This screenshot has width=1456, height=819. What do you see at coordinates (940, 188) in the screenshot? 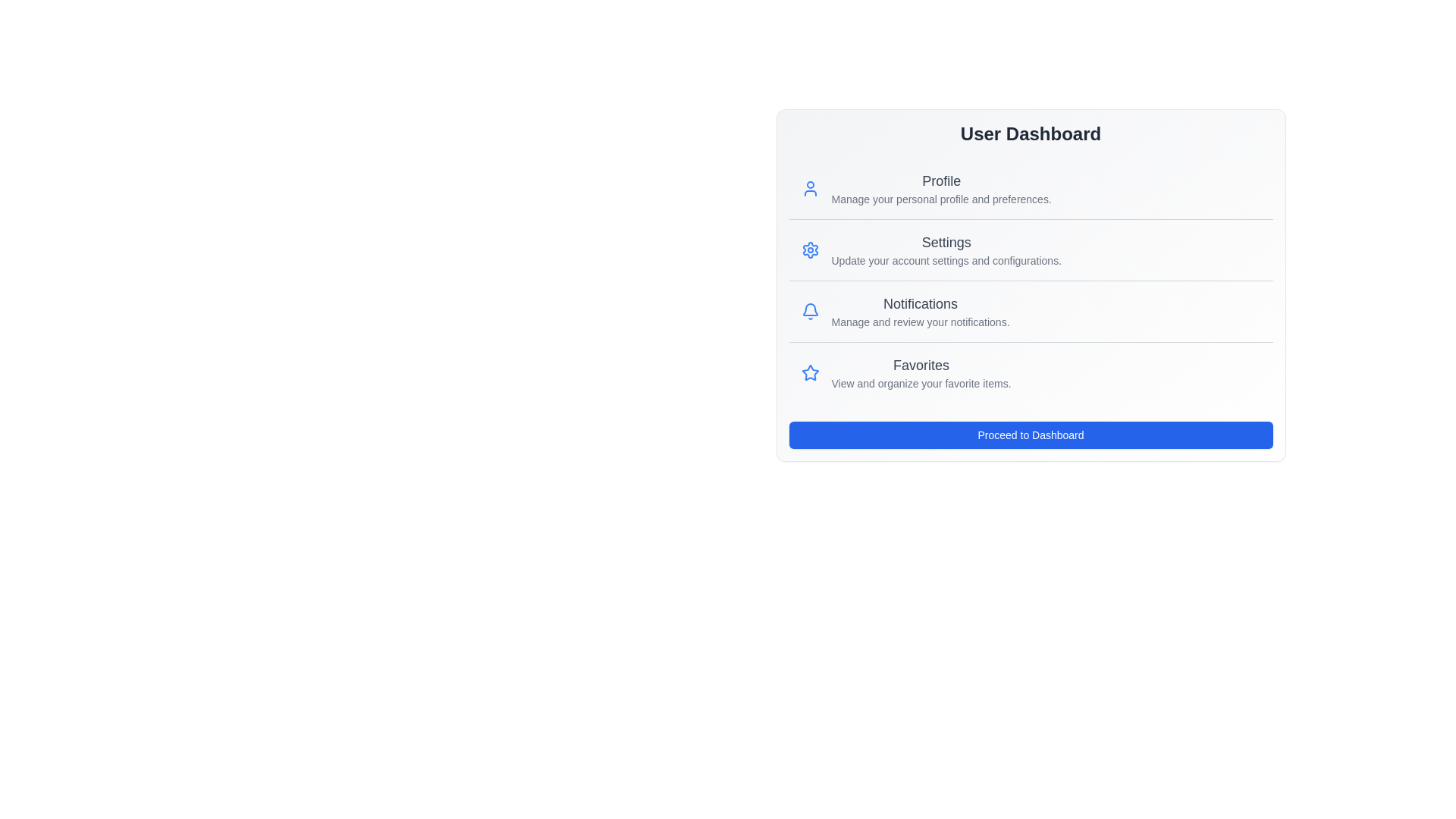
I see `the 'Profile' section label on the User Dashboard, which is the first item in a vertical list on the right-hand side, located under the 'User Dashboard' heading` at bounding box center [940, 188].